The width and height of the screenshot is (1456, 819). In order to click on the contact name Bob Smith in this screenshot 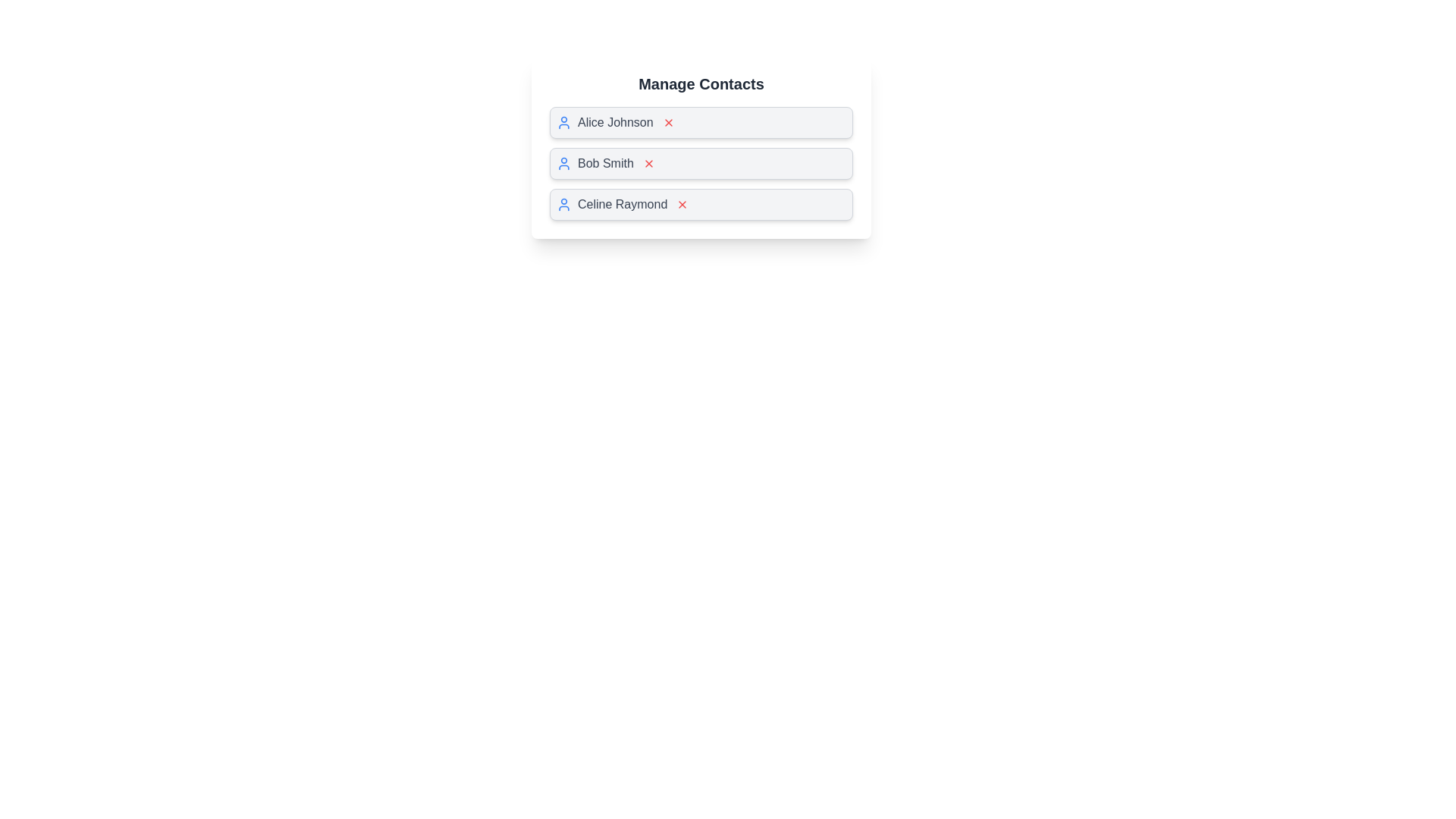, I will do `click(701, 164)`.